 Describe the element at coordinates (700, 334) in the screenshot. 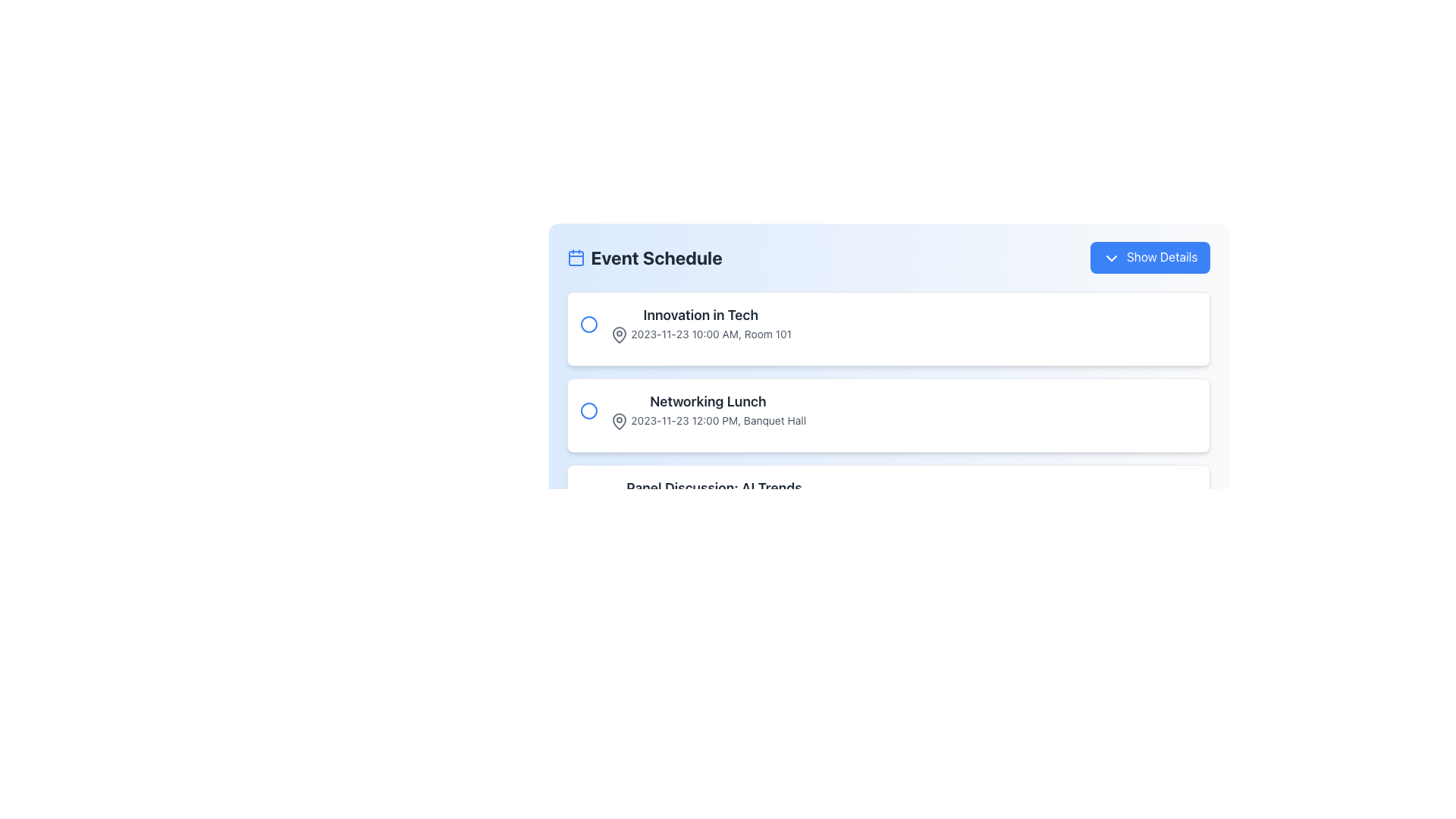

I see `the text display element providing details about the schedule or location of an event, located below the 'Innovation in Tech' title in the first event block of the 'Event Schedule'` at that location.